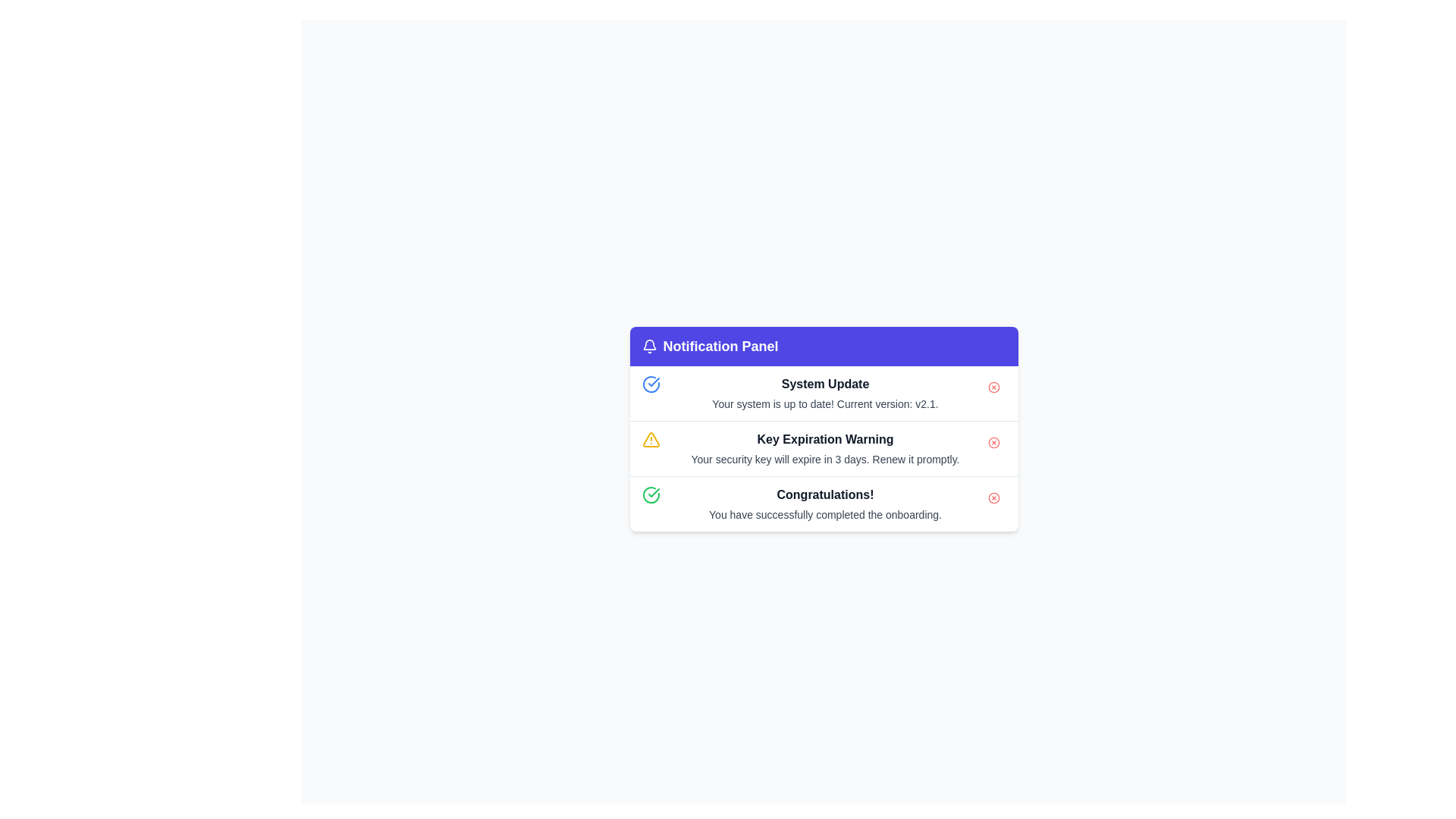 This screenshot has width=1456, height=819. Describe the element at coordinates (824, 447) in the screenshot. I see `notification message about the expiration of the security key, located in the middle section of the notification list` at that location.